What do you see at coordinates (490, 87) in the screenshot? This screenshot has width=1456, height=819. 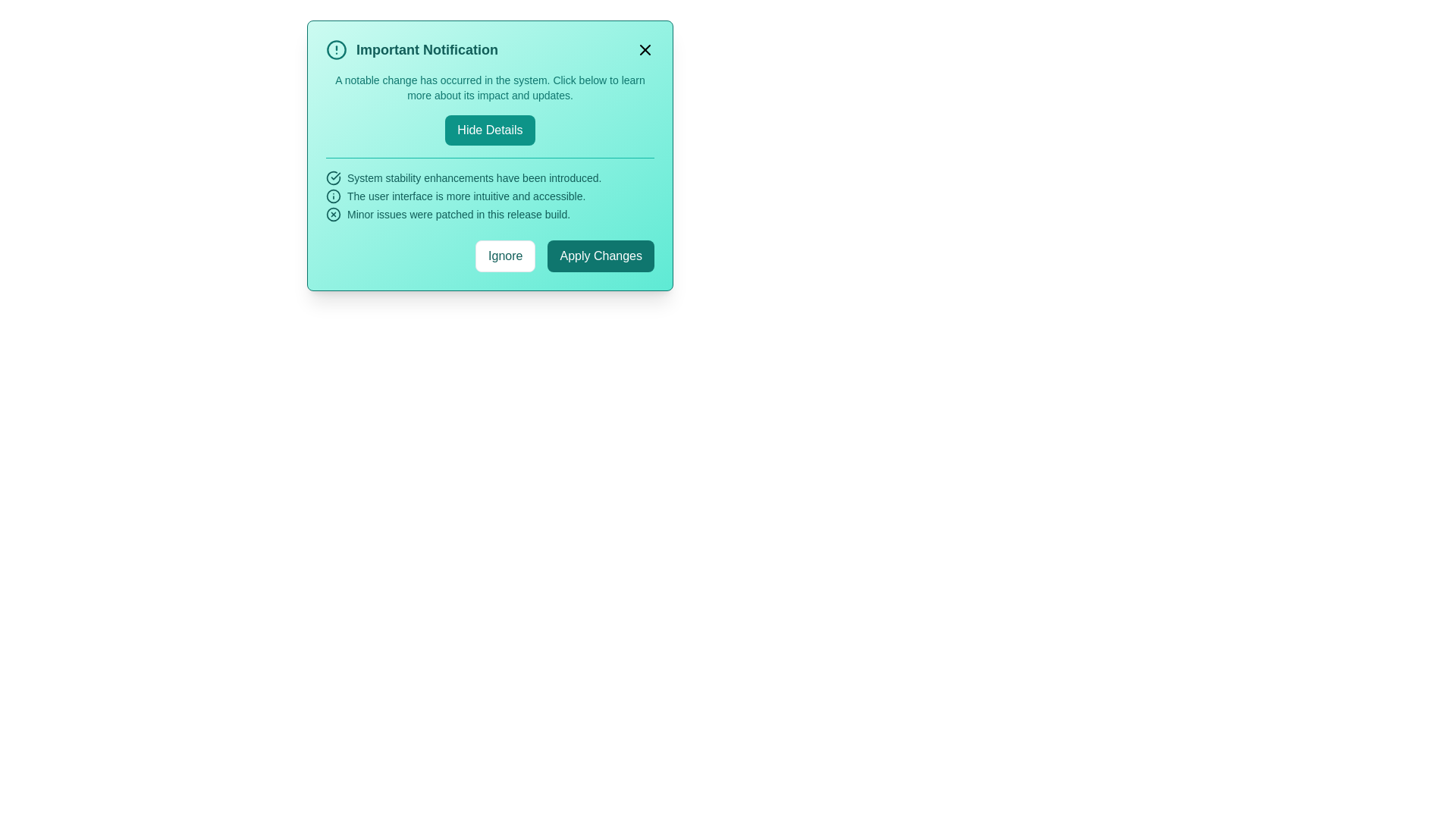 I see `the text located beneath the title 'Important Notification' and above the 'Hide Details' button` at bounding box center [490, 87].